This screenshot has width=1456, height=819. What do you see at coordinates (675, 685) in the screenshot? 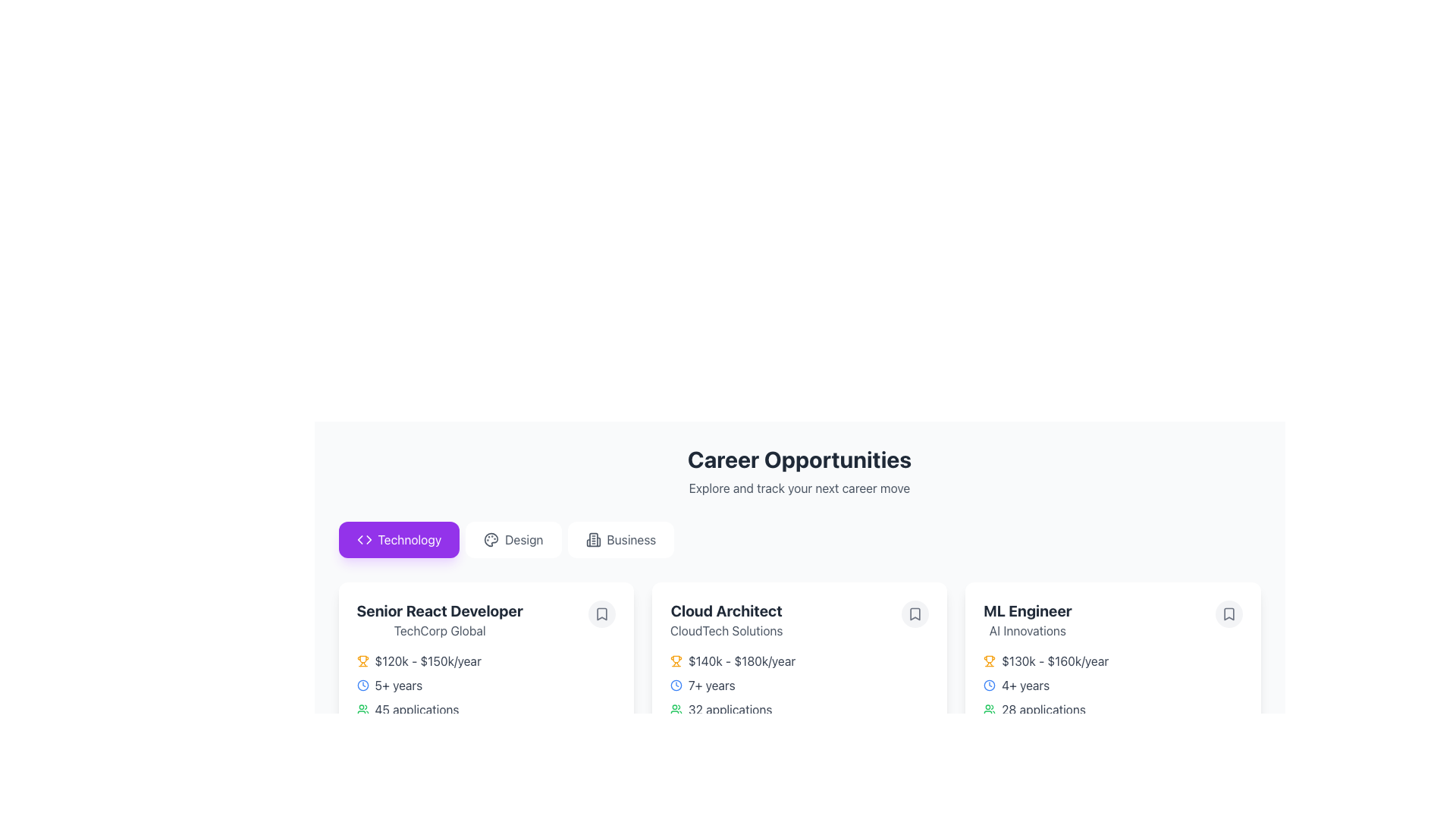
I see `the circular element within the clock icon located under the title 'Cloud Architect' in the Career Opportunities section` at bounding box center [675, 685].